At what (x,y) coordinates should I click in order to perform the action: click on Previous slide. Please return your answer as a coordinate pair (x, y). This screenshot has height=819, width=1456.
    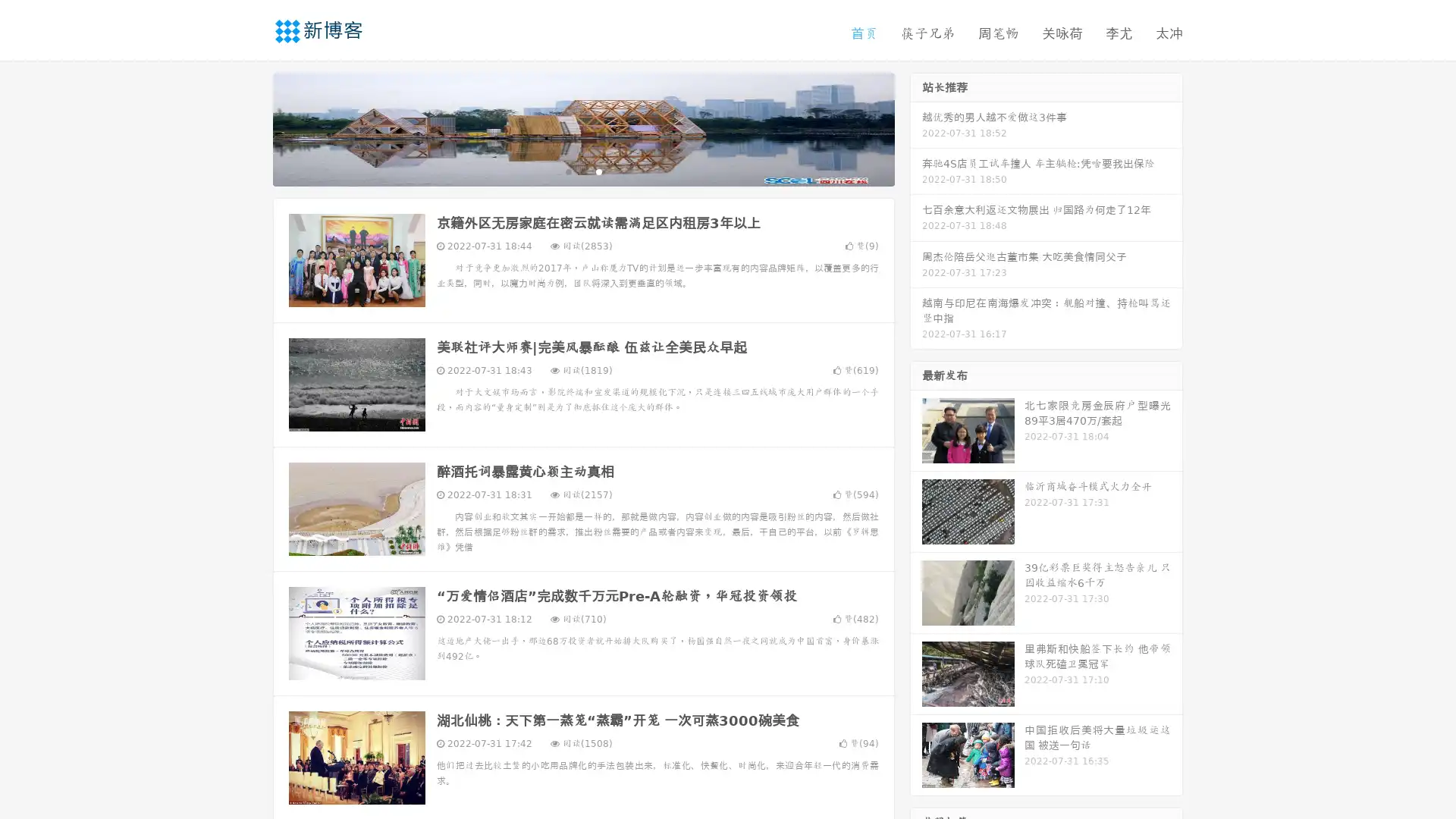
    Looking at the image, I should click on (250, 127).